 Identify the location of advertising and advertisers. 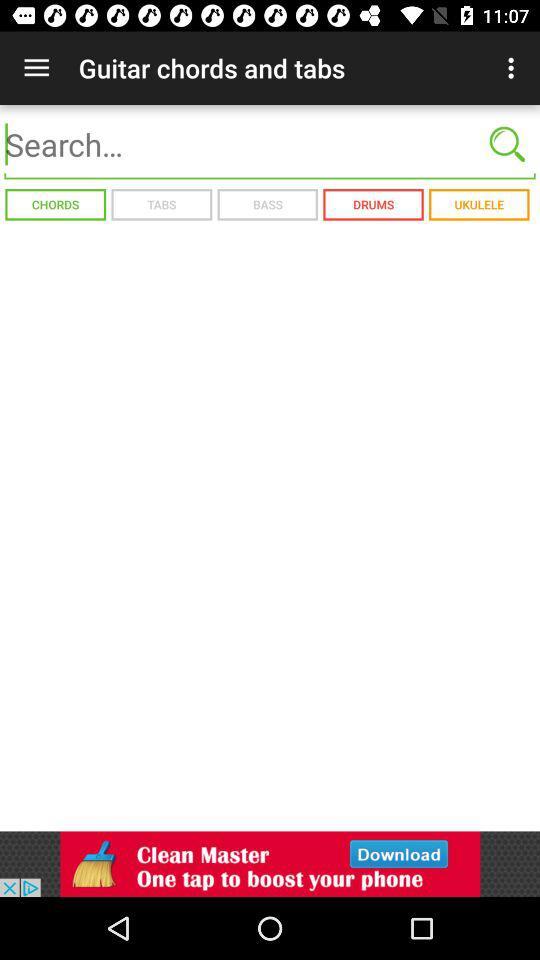
(270, 863).